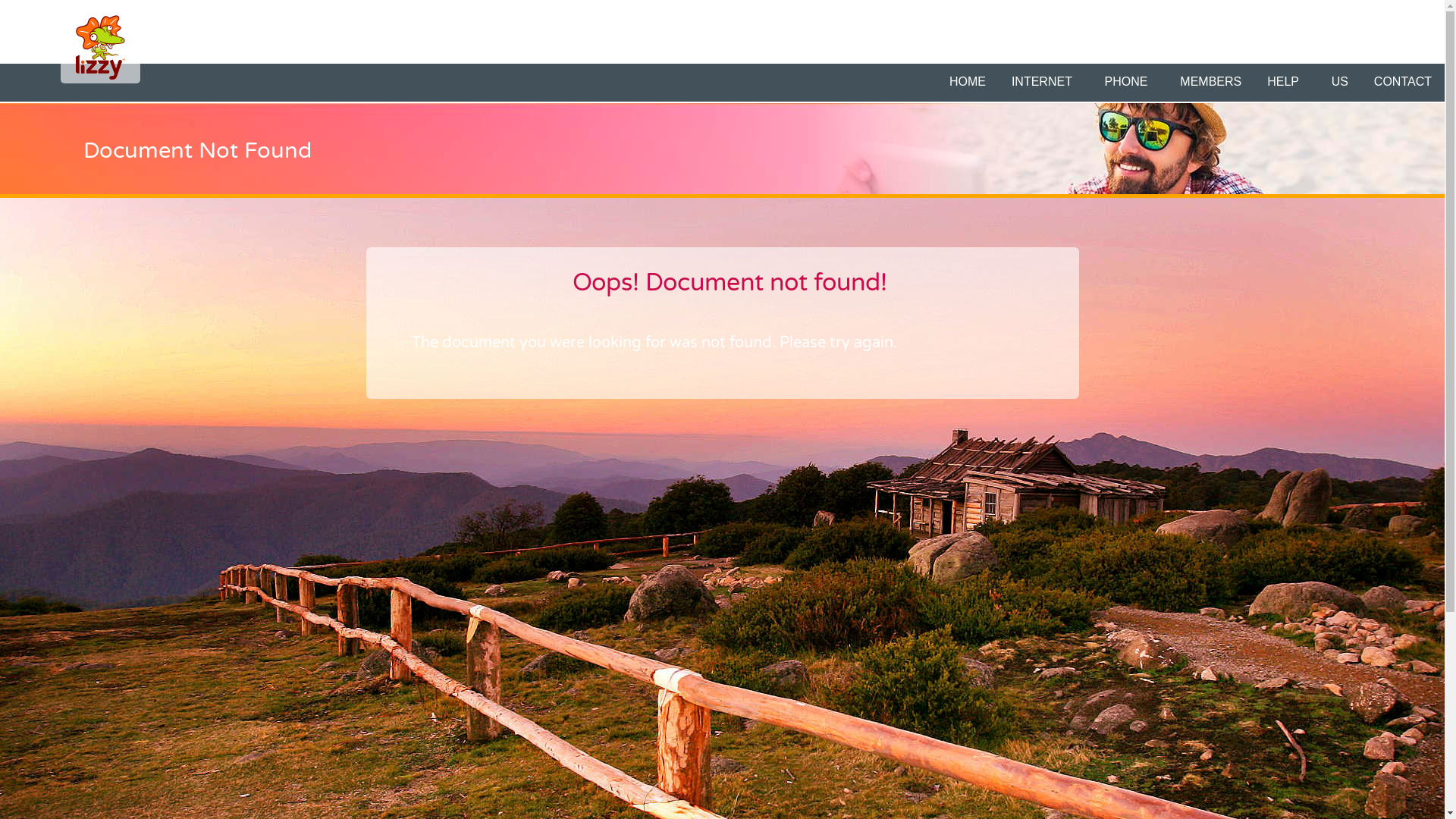 The width and height of the screenshot is (1456, 819). I want to click on 'INTERNET  ', so click(1044, 82).